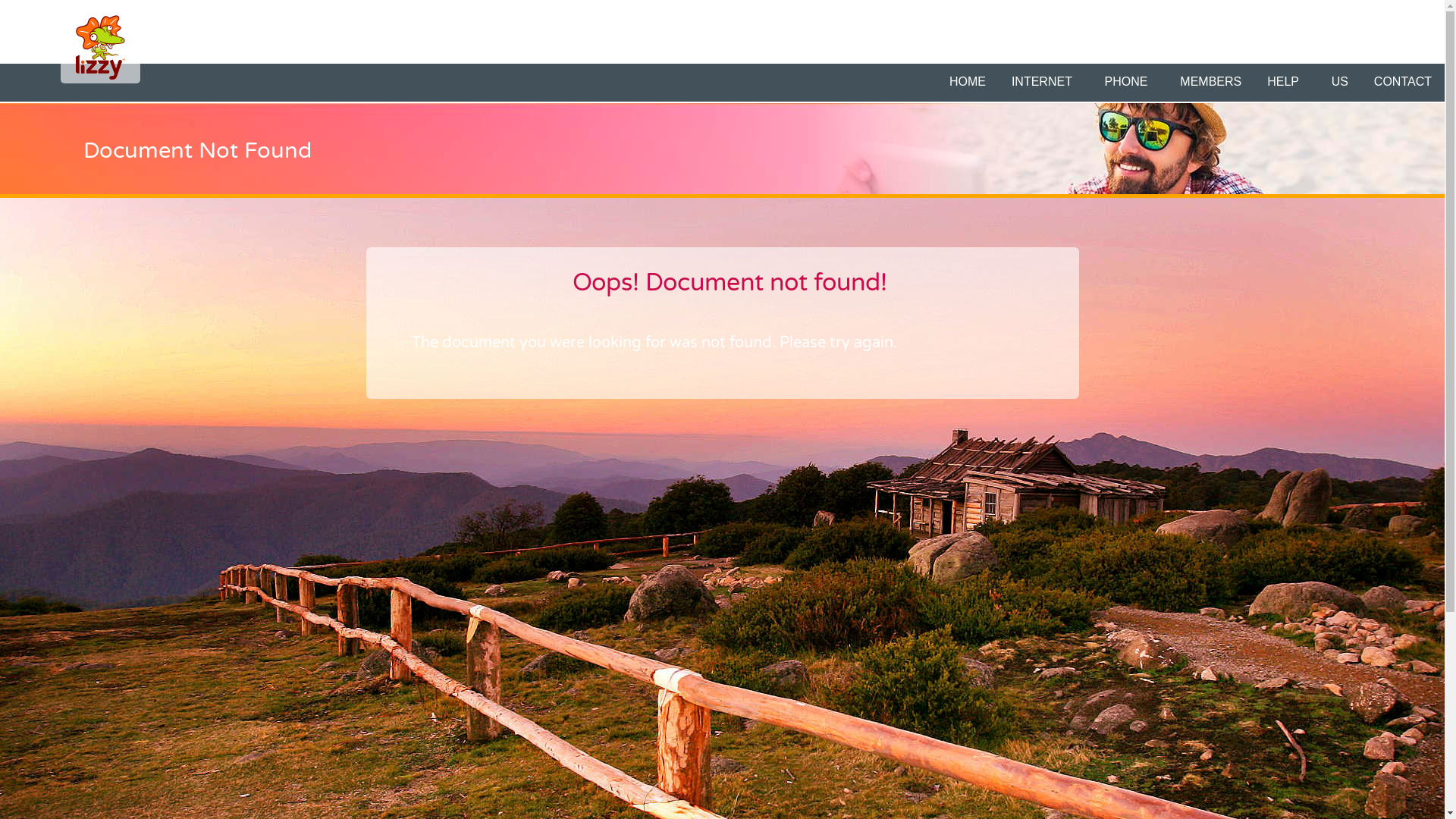 The width and height of the screenshot is (1456, 819). I want to click on 'INTERNET  ', so click(1044, 82).